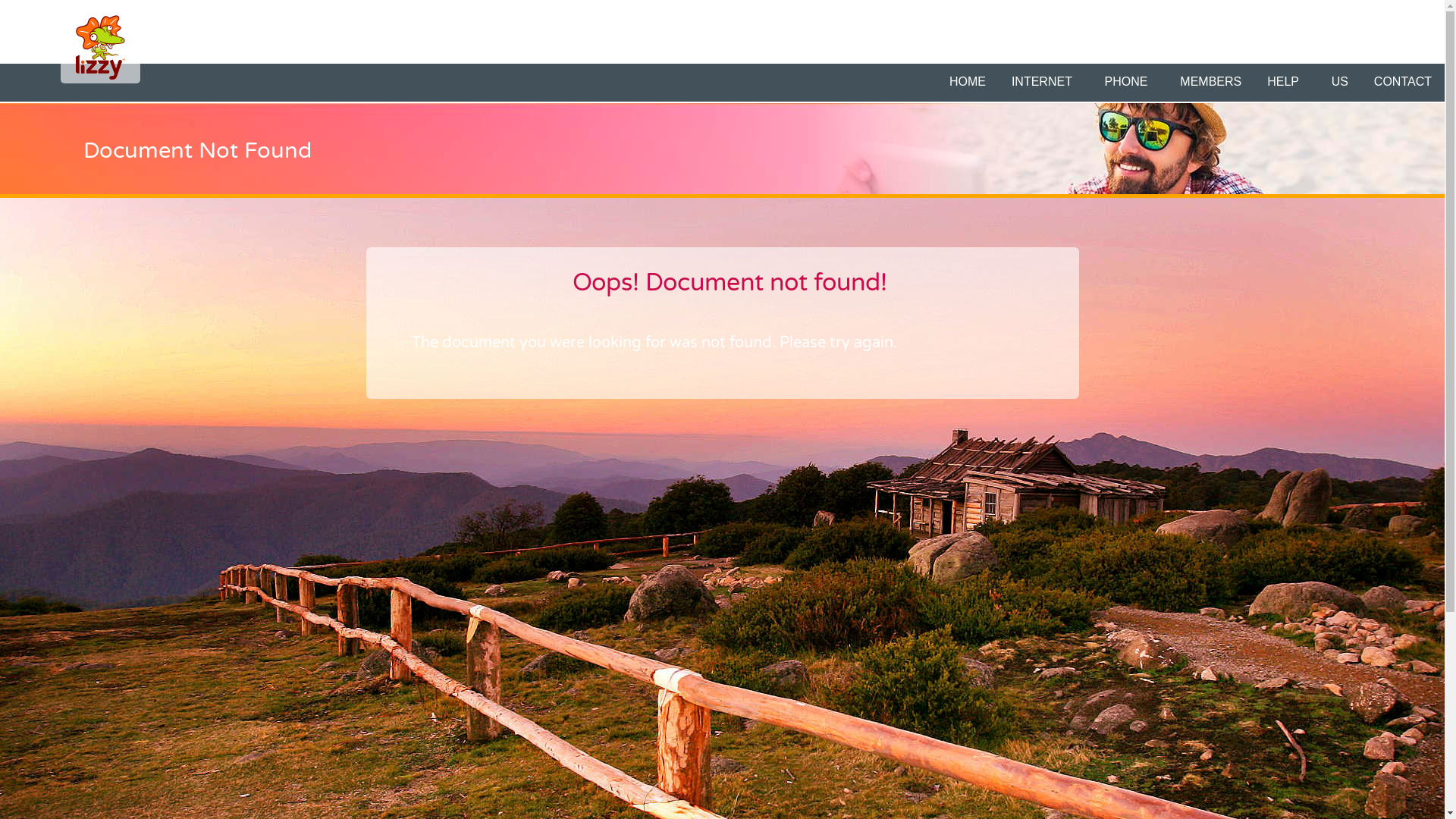 The width and height of the screenshot is (1456, 819). I want to click on 'INTERNET  ', so click(1044, 82).